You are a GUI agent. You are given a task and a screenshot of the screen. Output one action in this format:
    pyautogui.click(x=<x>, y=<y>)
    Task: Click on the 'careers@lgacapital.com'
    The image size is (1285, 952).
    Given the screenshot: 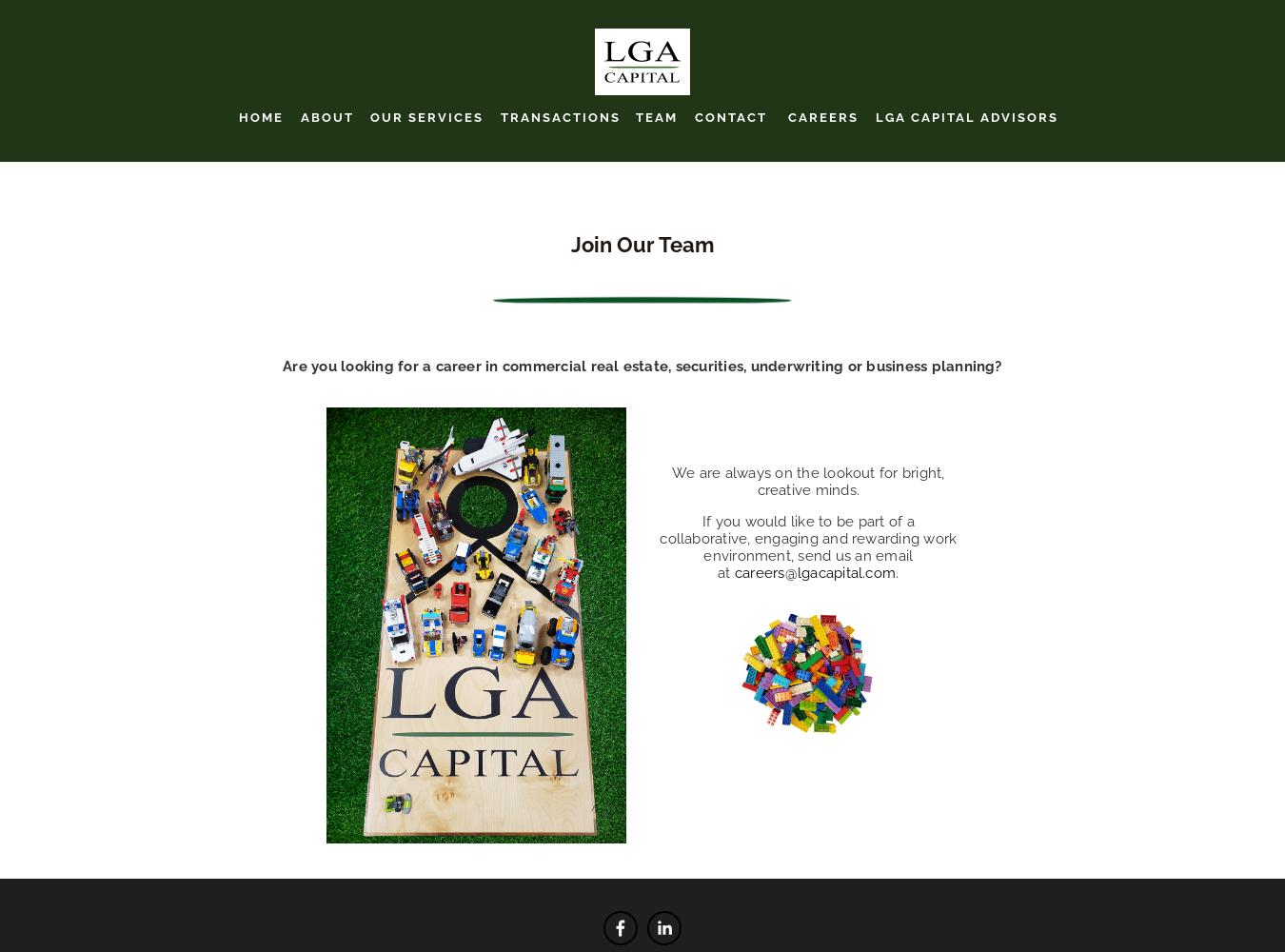 What is the action you would take?
    pyautogui.click(x=815, y=571)
    